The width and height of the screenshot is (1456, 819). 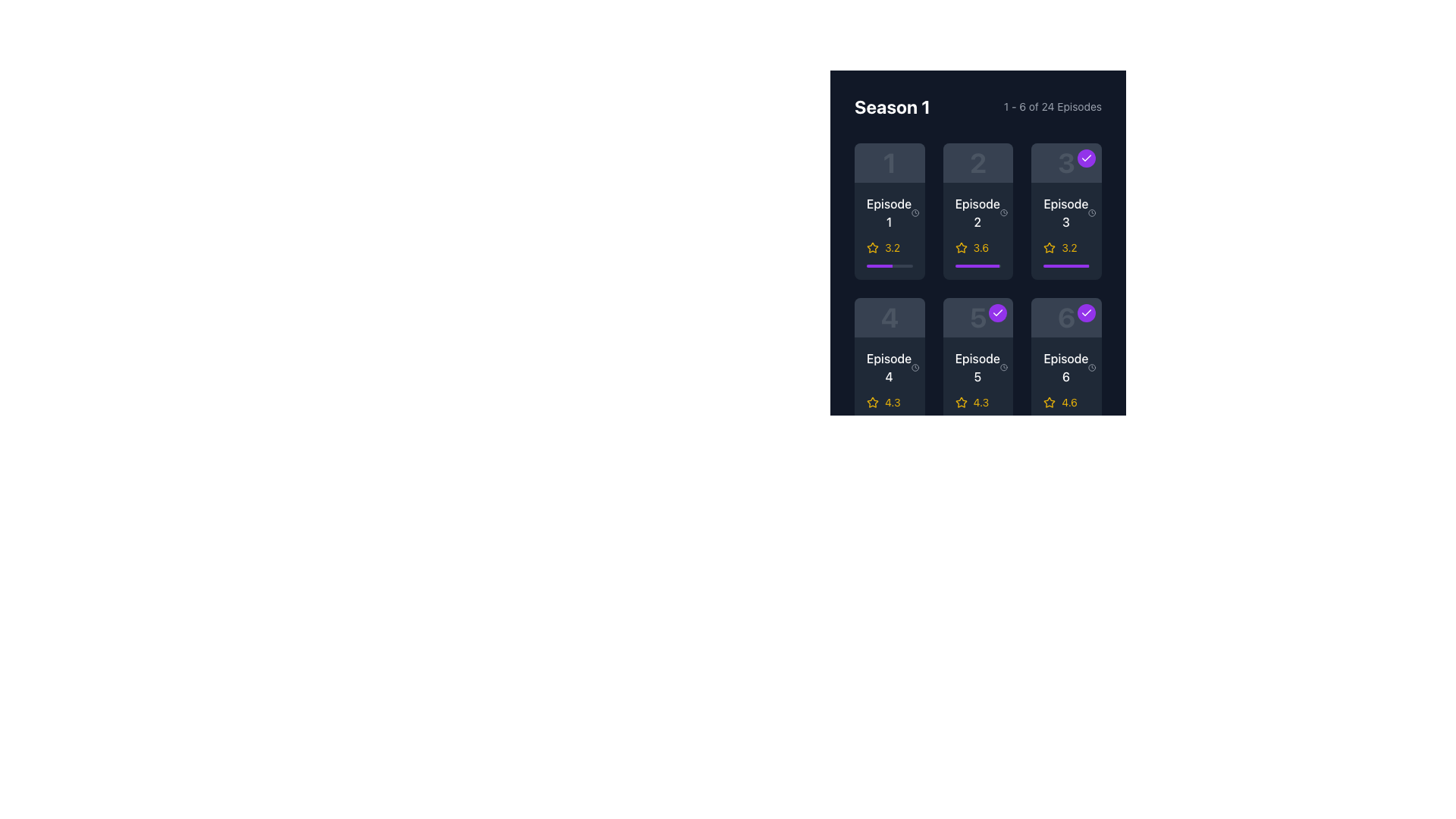 What do you see at coordinates (978, 366) in the screenshot?
I see `the card representing Episode 5, which displays its title, duration, and rating, located in the second row and third column under the 'Season 1' header` at bounding box center [978, 366].